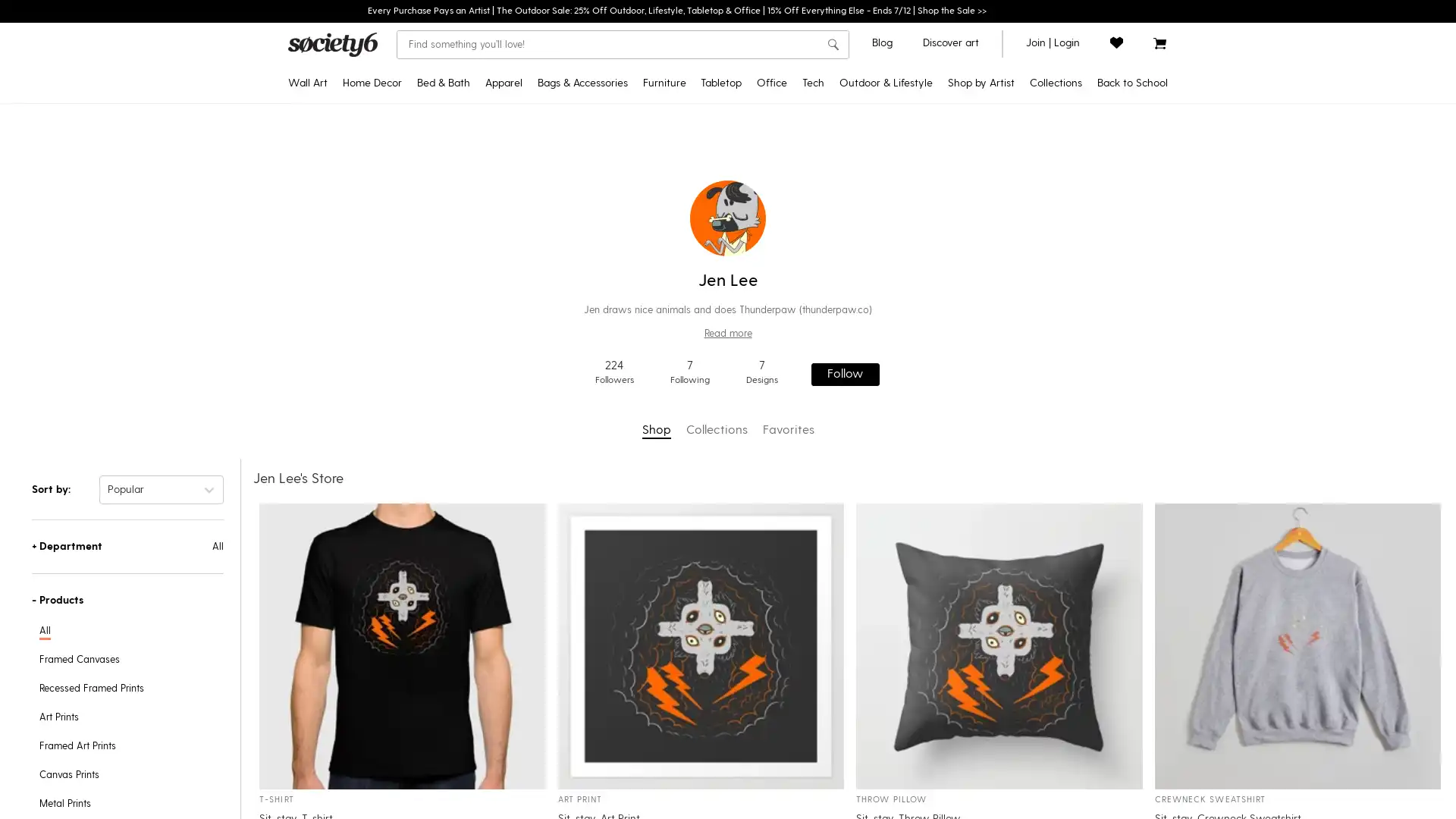 This screenshot has width=1456, height=819. I want to click on Makeup Bags, so click(592, 268).